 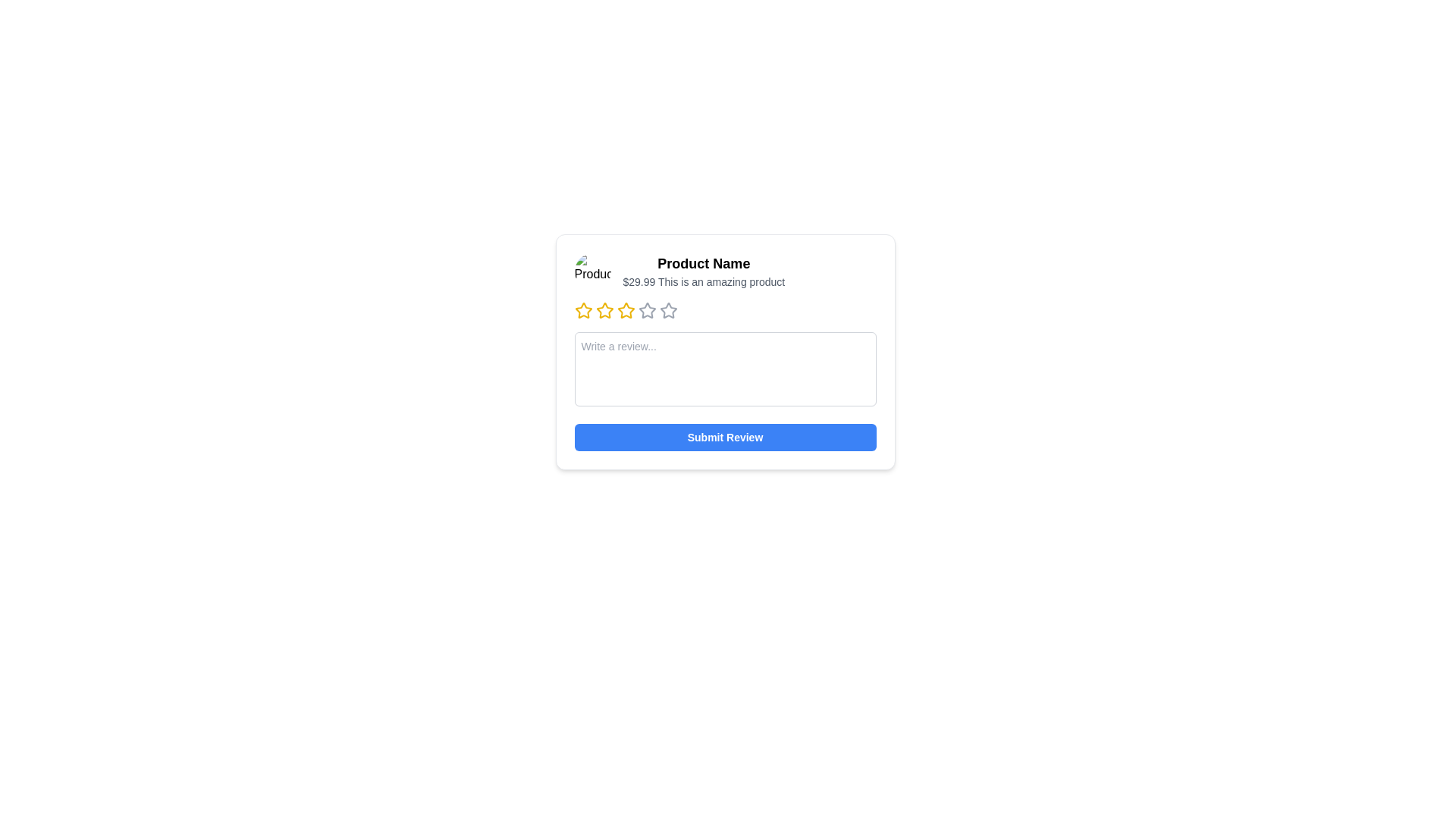 I want to click on the first star icon in the rating section of the review form, so click(x=582, y=309).